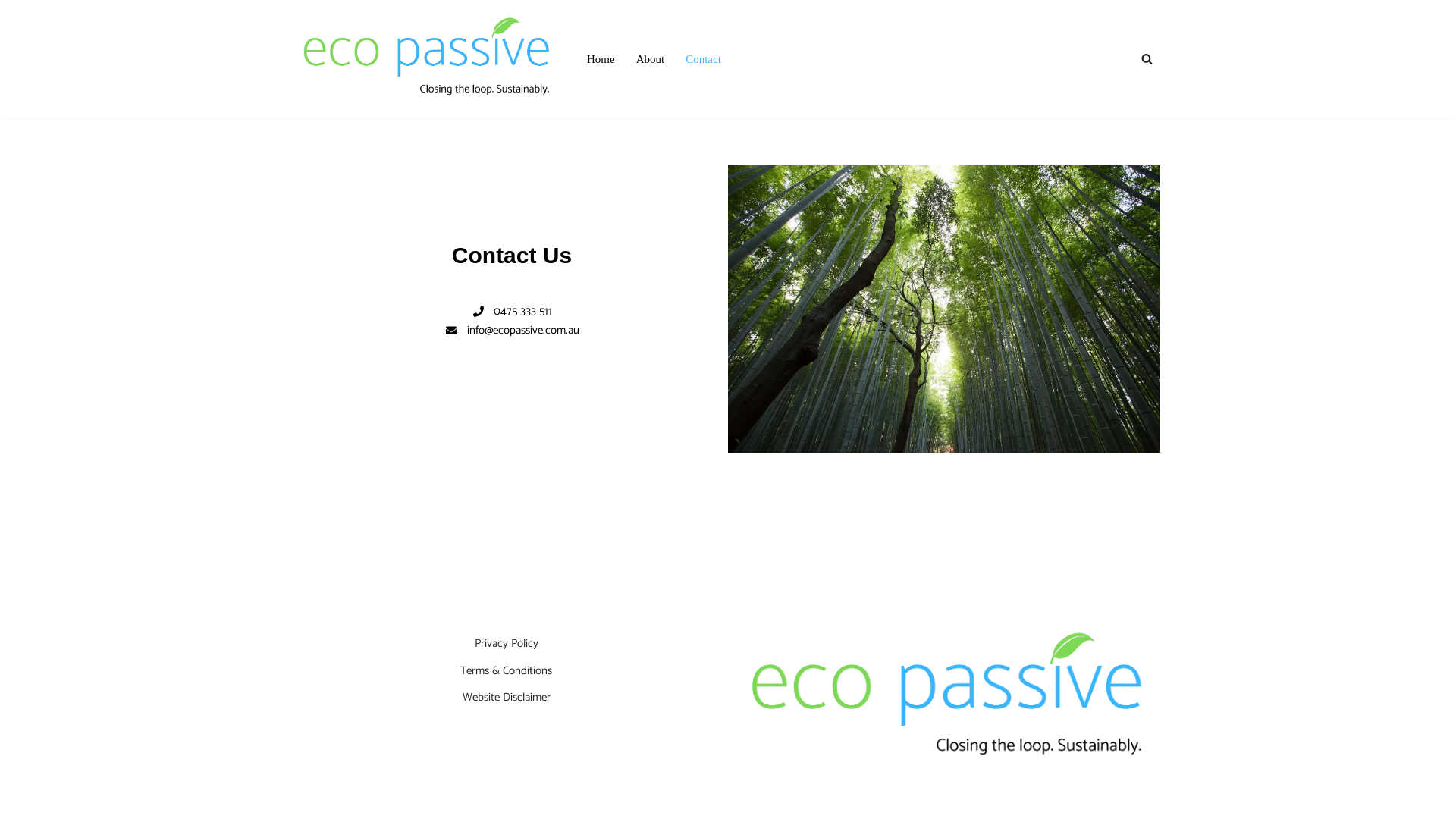  Describe the element at coordinates (512, 329) in the screenshot. I see `'info@ecopassive.com.au'` at that location.